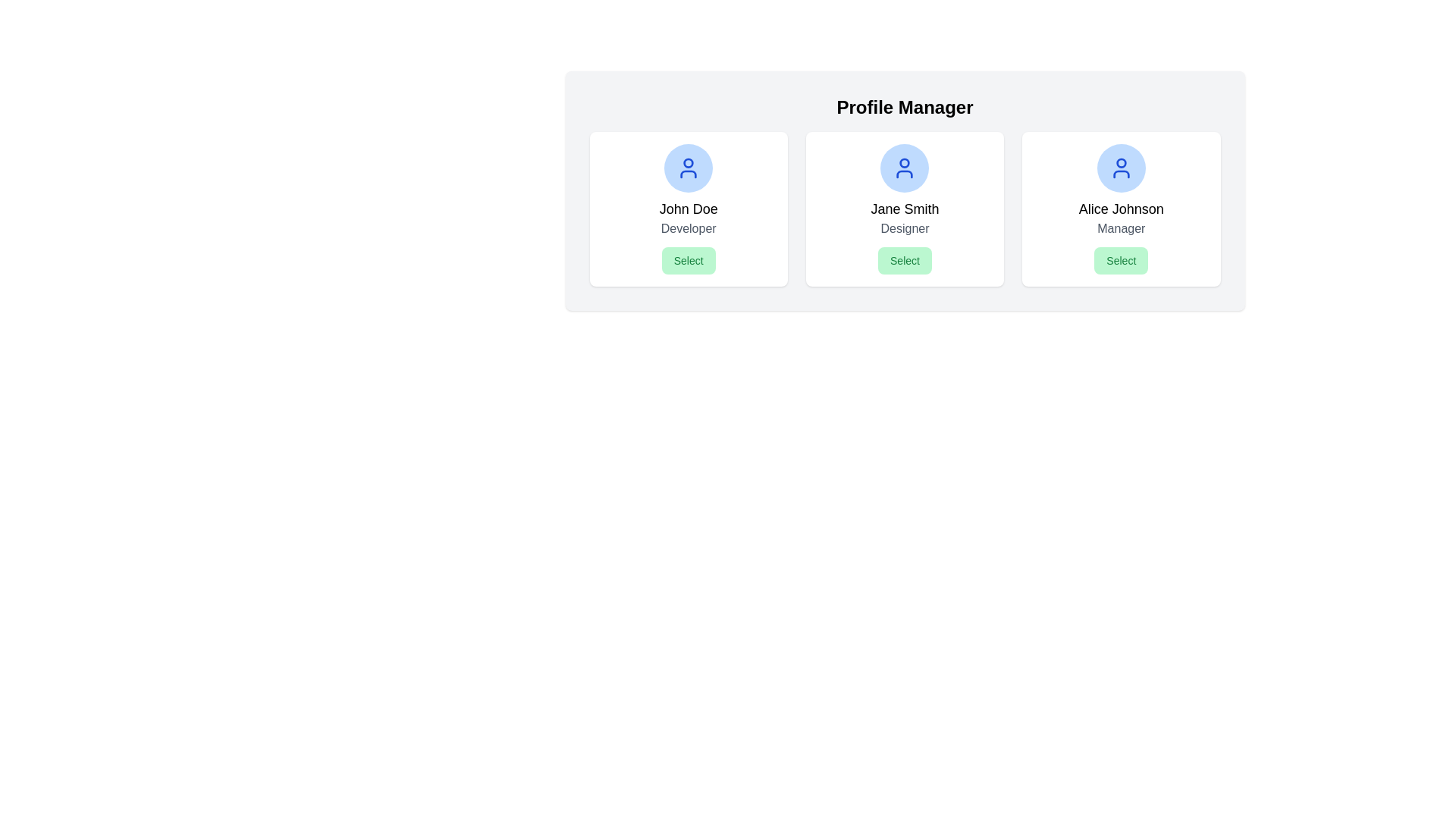 The height and width of the screenshot is (819, 1456). Describe the element at coordinates (905, 168) in the screenshot. I see `the user profile icon located in the upper portion of the center card, which is above the name label 'Jane Smith' and the title 'Designer', within a light blue circular background` at that location.